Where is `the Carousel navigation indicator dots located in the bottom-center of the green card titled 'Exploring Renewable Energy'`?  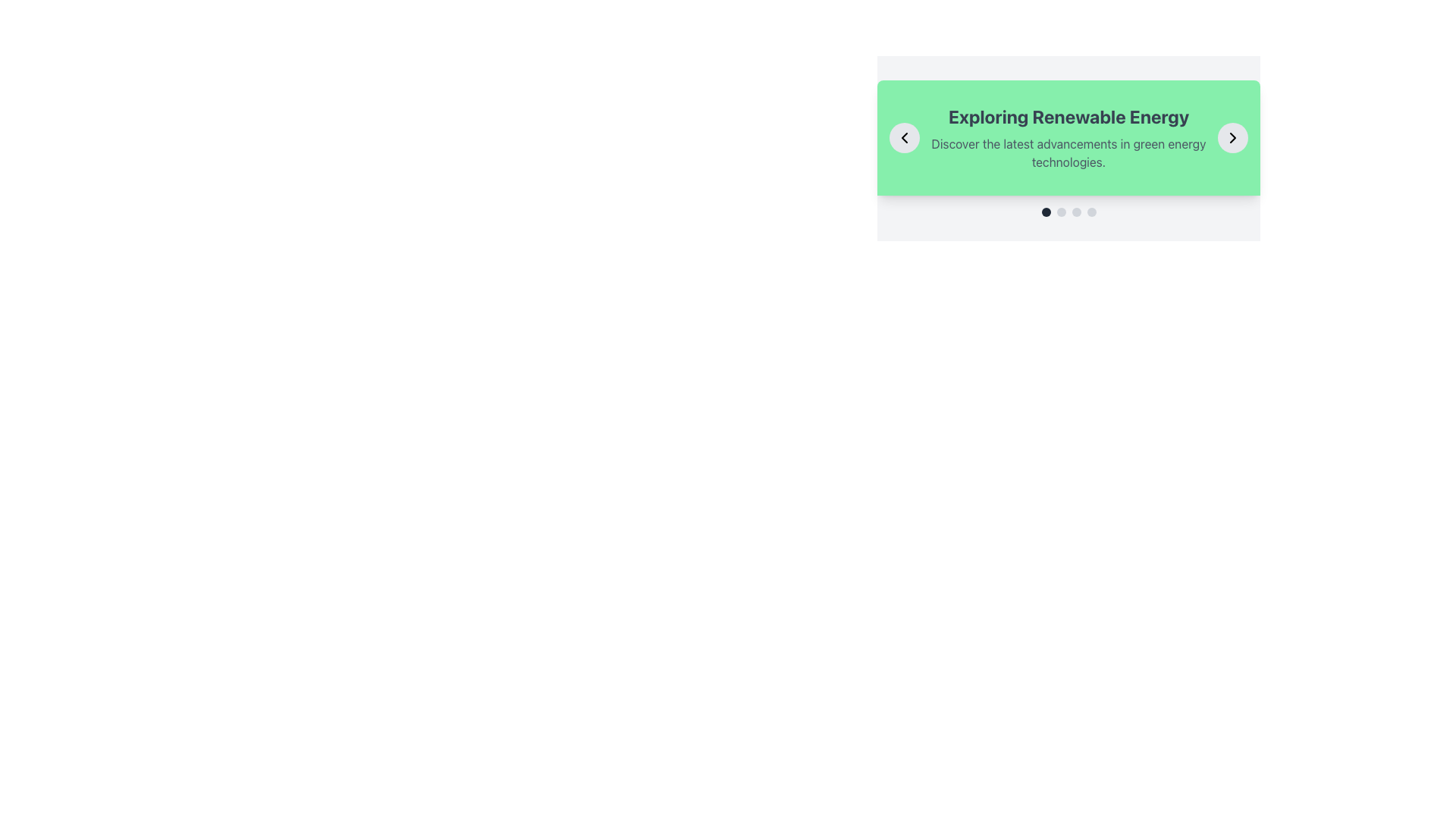 the Carousel navigation indicator dots located in the bottom-center of the green card titled 'Exploring Renewable Energy' is located at coordinates (1068, 212).